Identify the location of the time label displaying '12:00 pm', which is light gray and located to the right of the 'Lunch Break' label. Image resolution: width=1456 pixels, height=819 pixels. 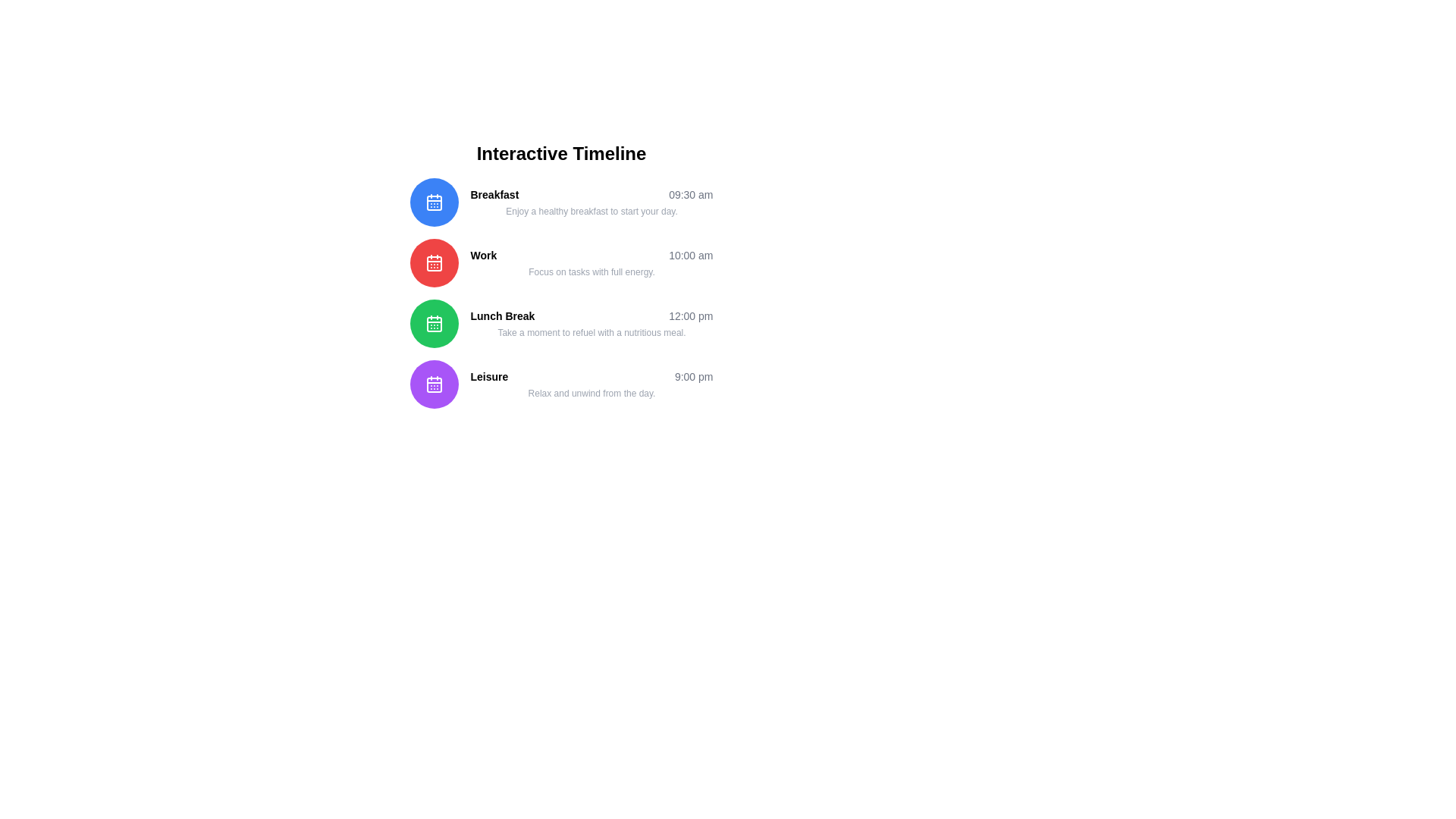
(690, 315).